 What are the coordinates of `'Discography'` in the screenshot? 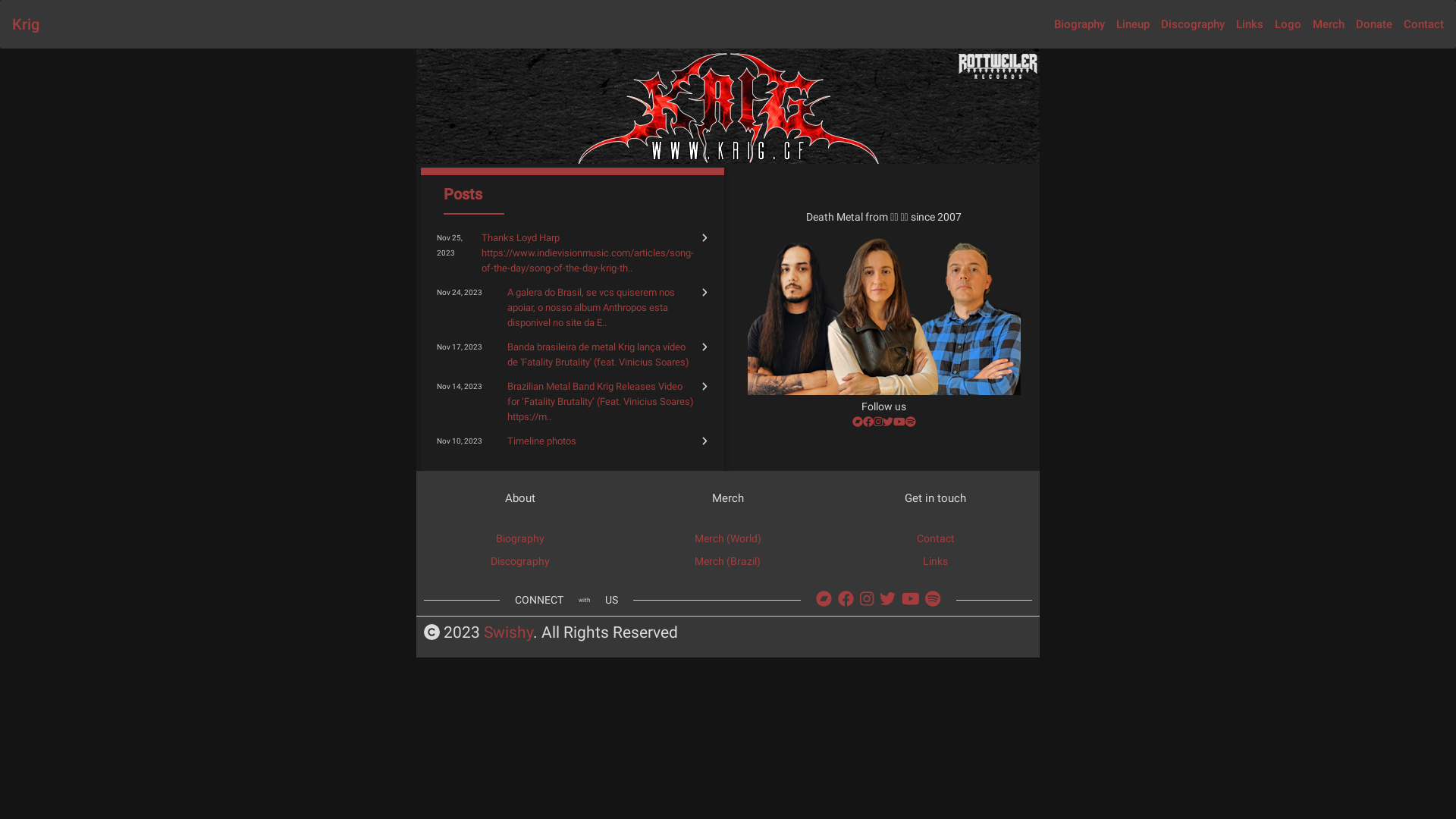 It's located at (1192, 24).